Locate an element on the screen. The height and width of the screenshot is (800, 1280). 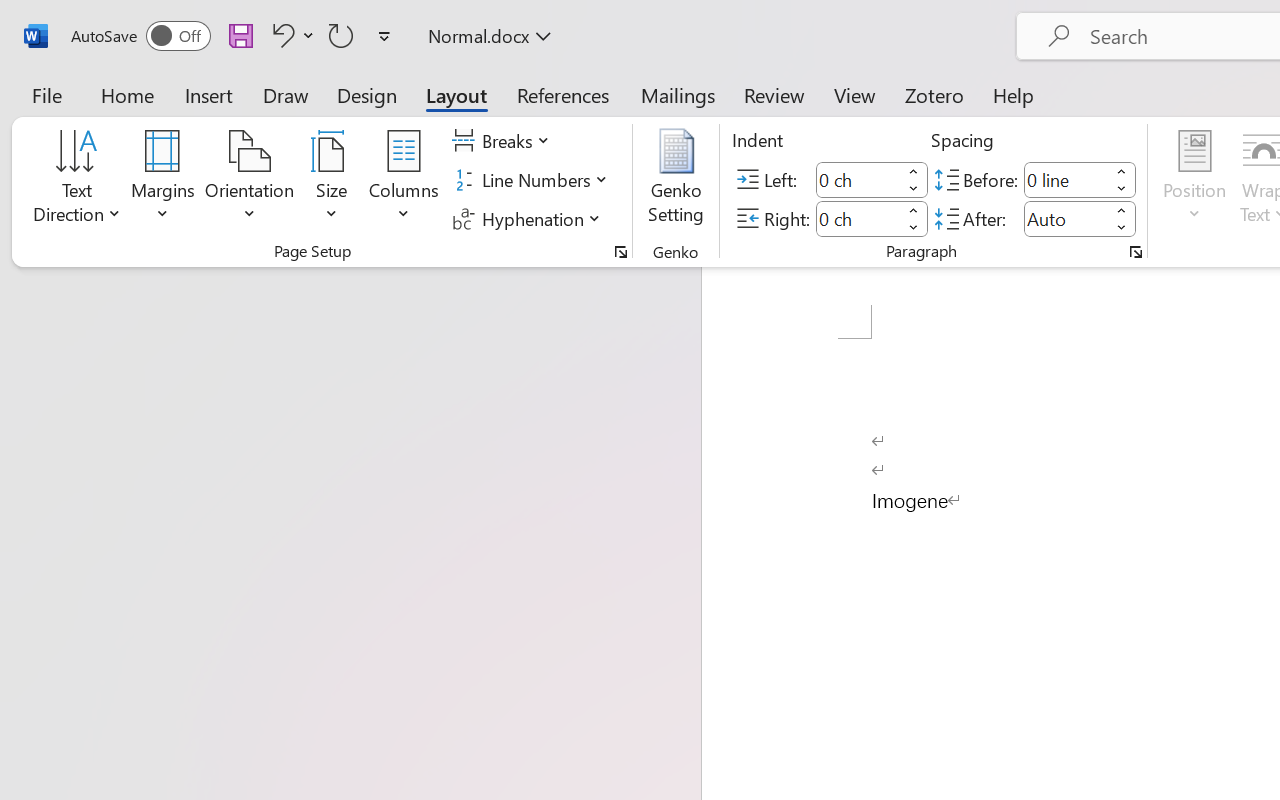
'Position' is located at coordinates (1194, 179).